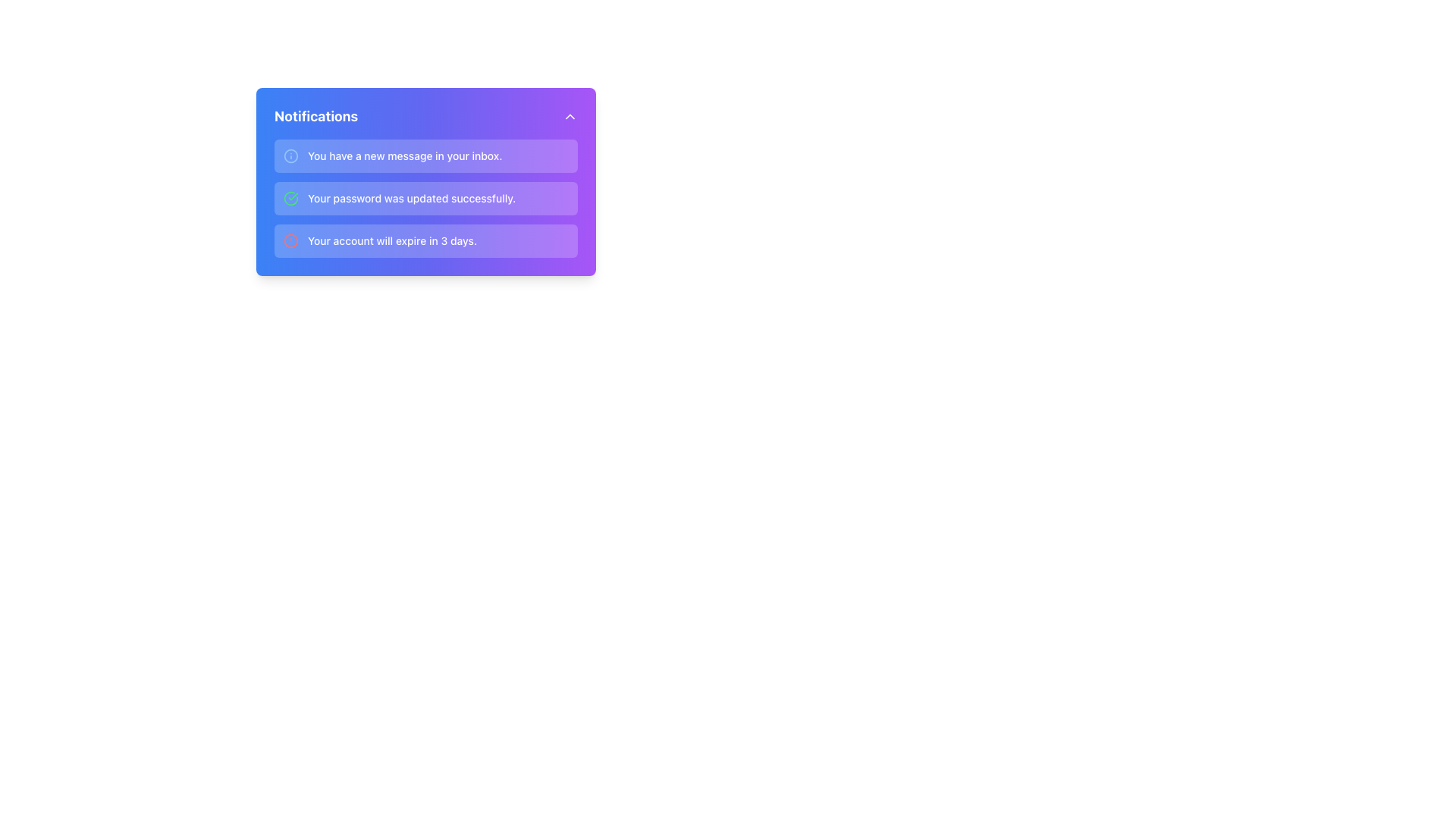 This screenshot has width=1456, height=819. Describe the element at coordinates (291, 155) in the screenshot. I see `the information indicator icon located to the left of the message 'You have a new message in your inbox.'` at that location.